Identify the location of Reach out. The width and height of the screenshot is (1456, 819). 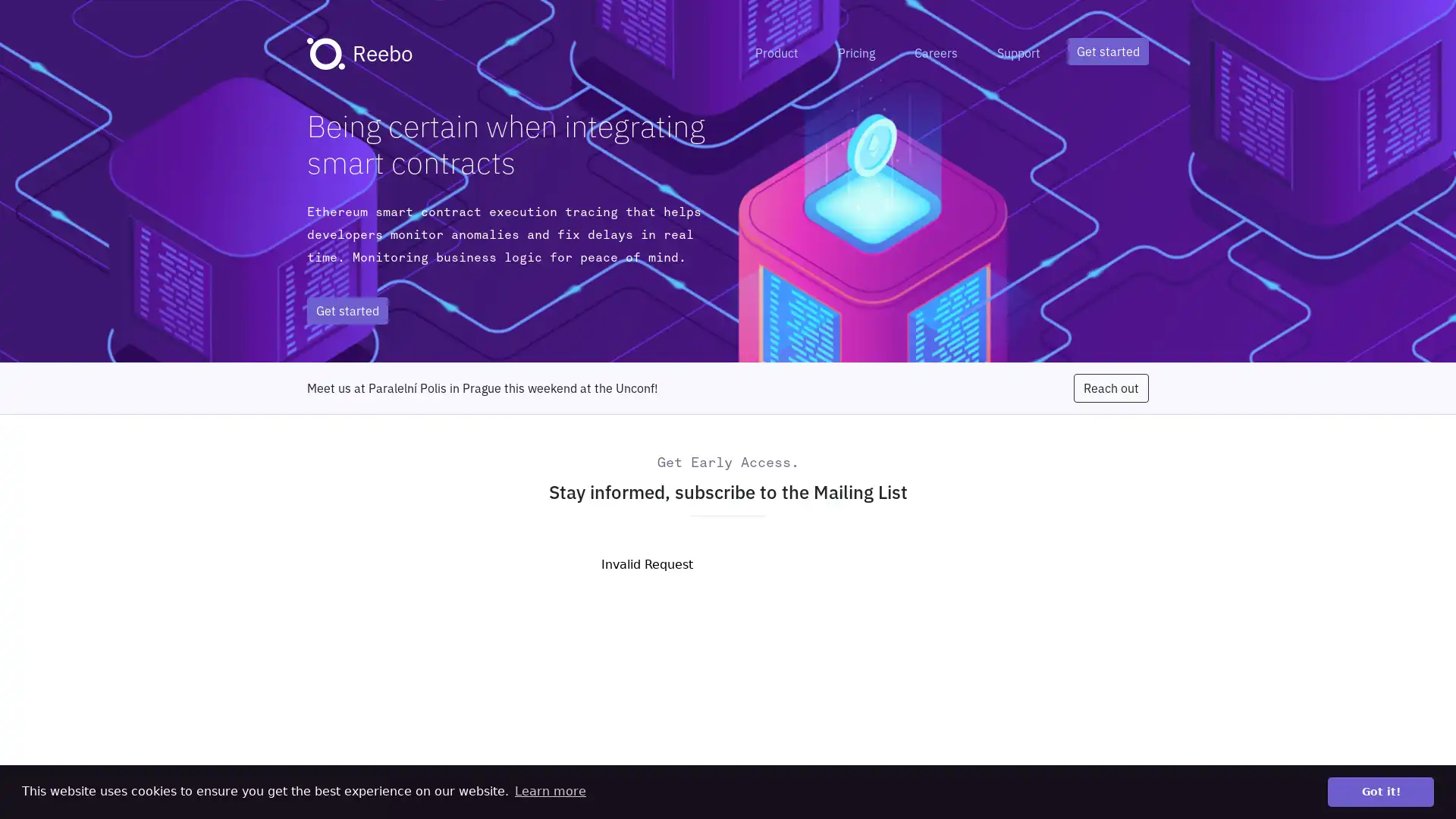
(1111, 388).